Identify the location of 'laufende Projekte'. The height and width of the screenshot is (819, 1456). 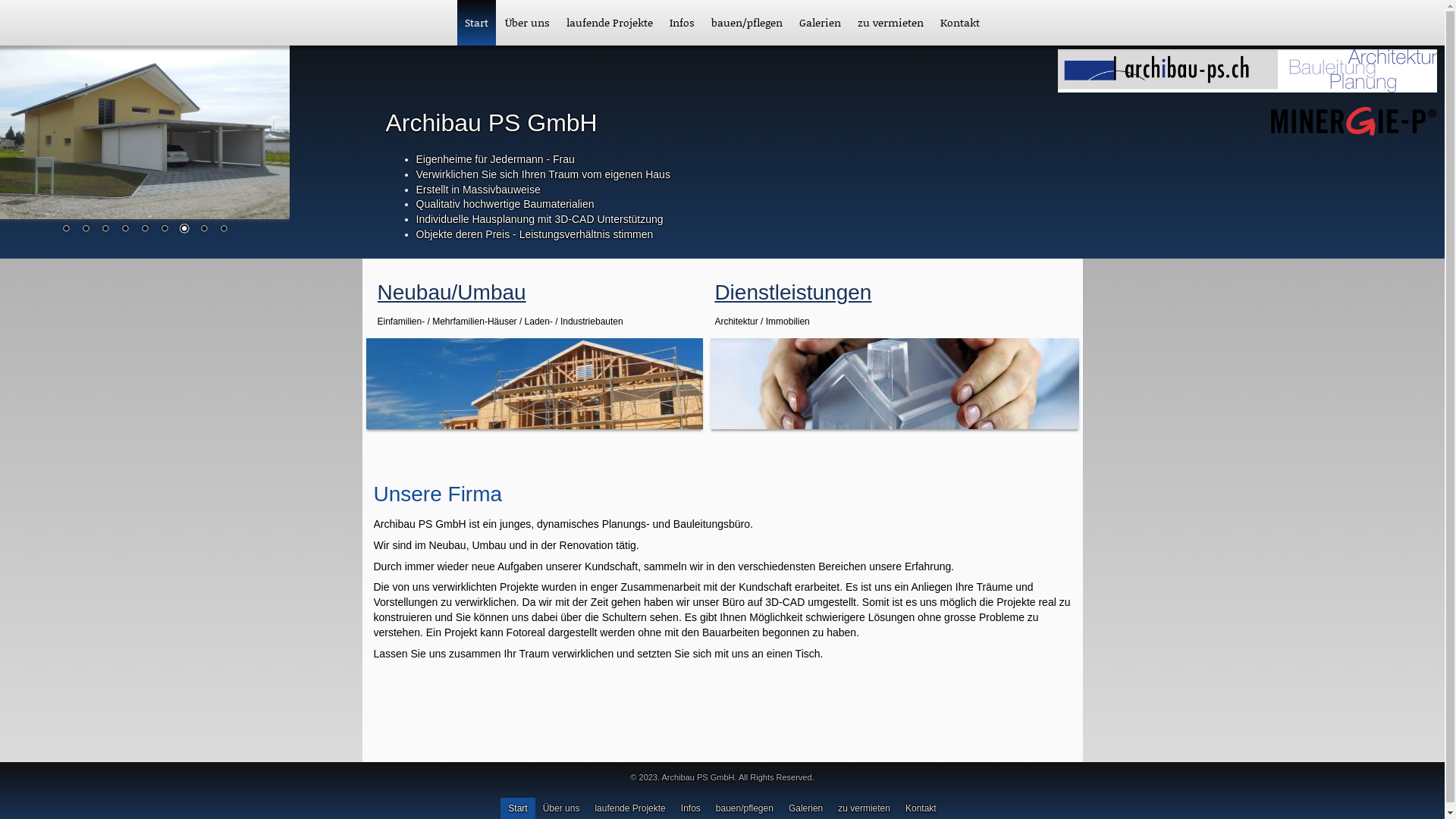
(610, 23).